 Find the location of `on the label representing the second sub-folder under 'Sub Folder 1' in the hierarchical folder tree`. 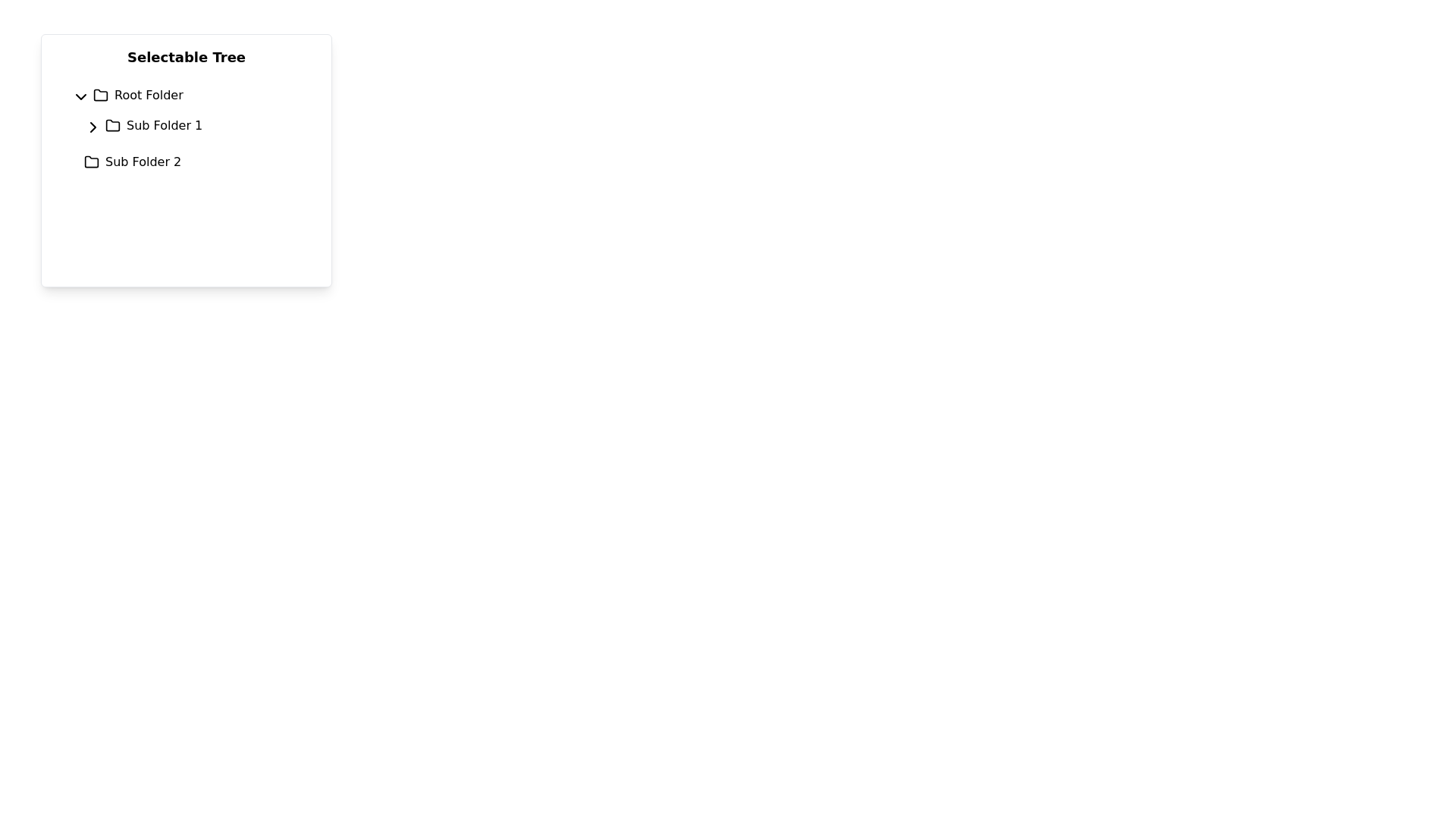

on the label representing the second sub-folder under 'Sub Folder 1' in the hierarchical folder tree is located at coordinates (143, 162).